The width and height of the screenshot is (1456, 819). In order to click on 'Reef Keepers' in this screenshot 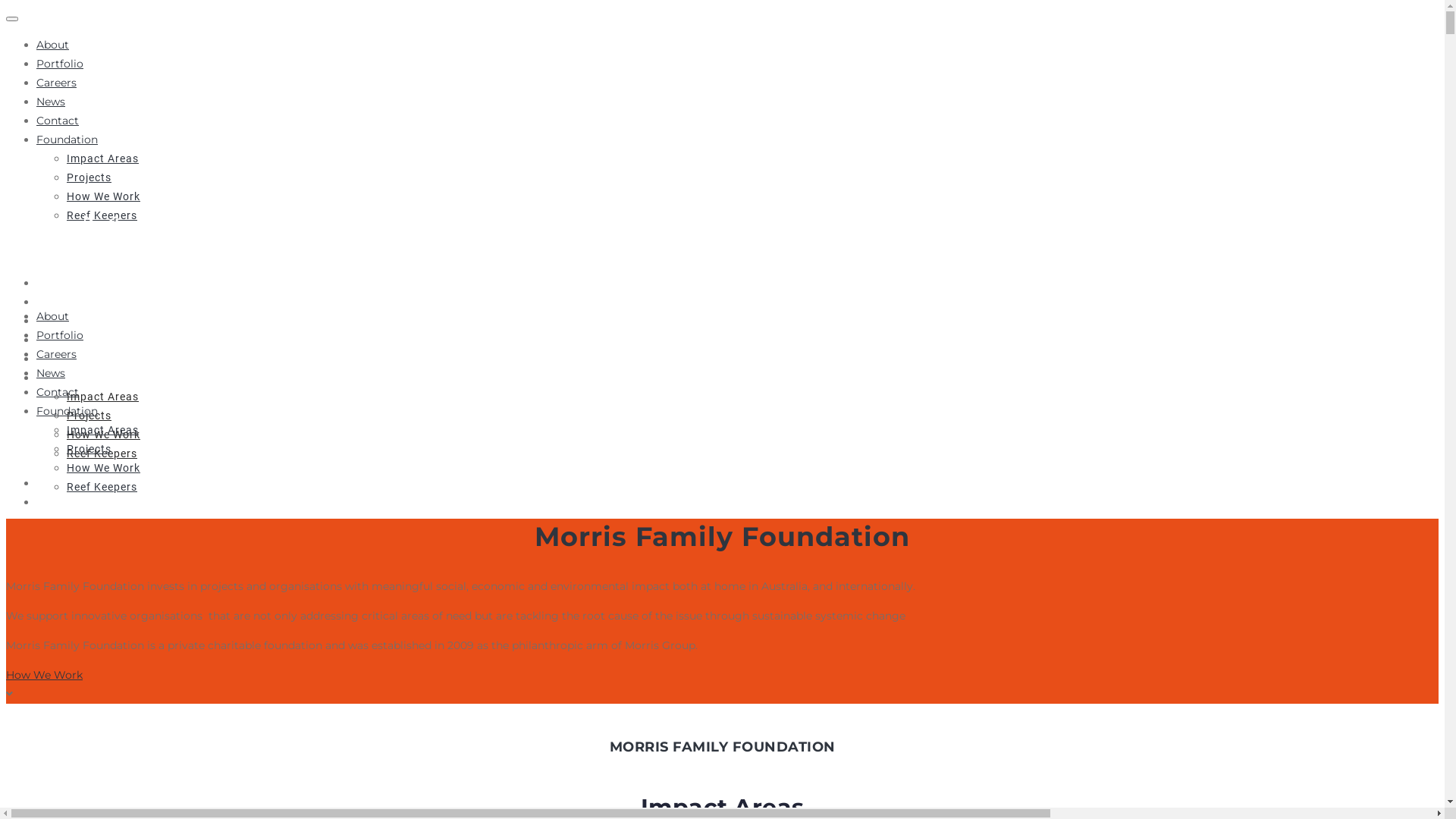, I will do `click(101, 452)`.